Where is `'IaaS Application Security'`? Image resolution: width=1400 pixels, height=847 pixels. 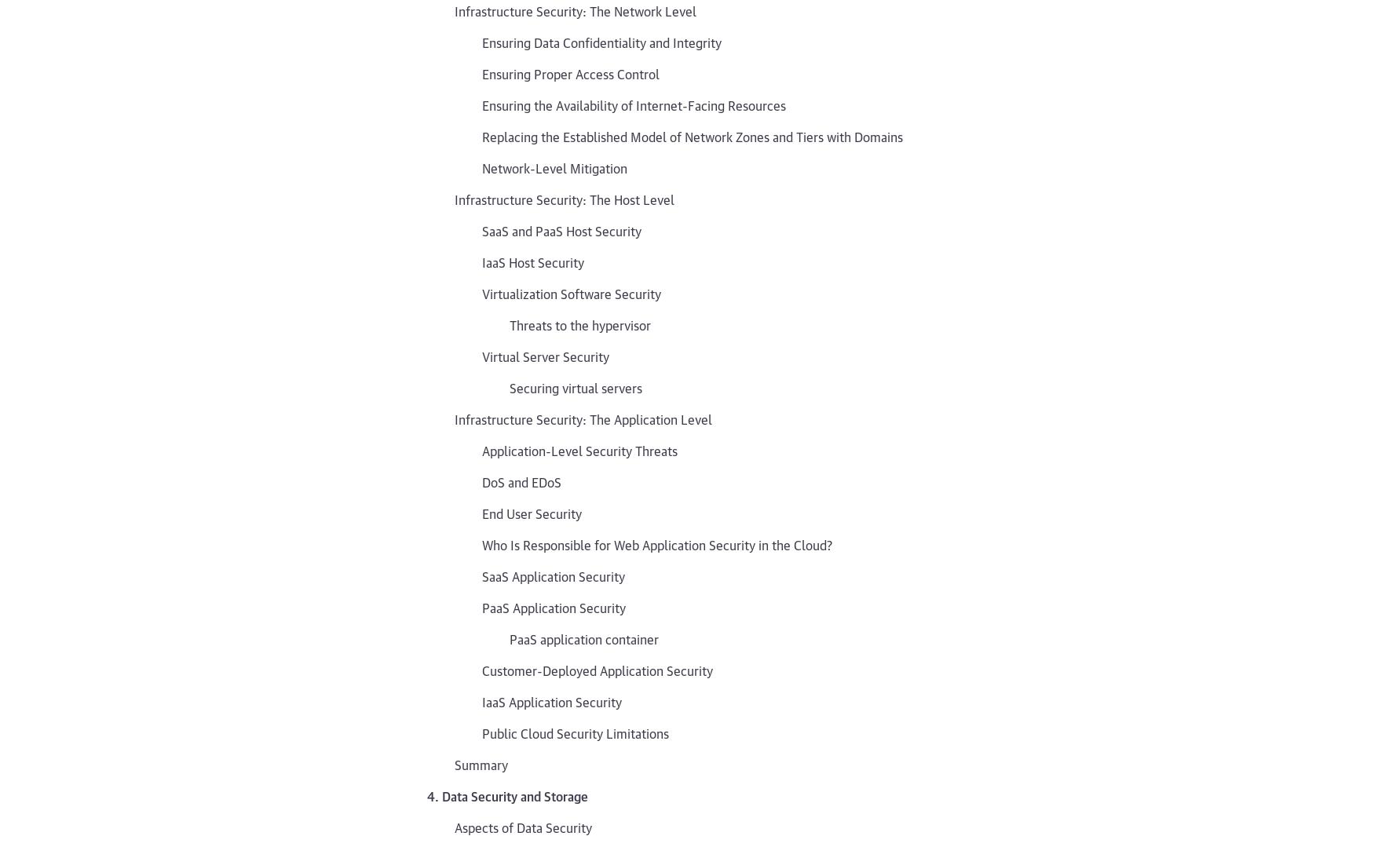 'IaaS Application Security' is located at coordinates (551, 699).